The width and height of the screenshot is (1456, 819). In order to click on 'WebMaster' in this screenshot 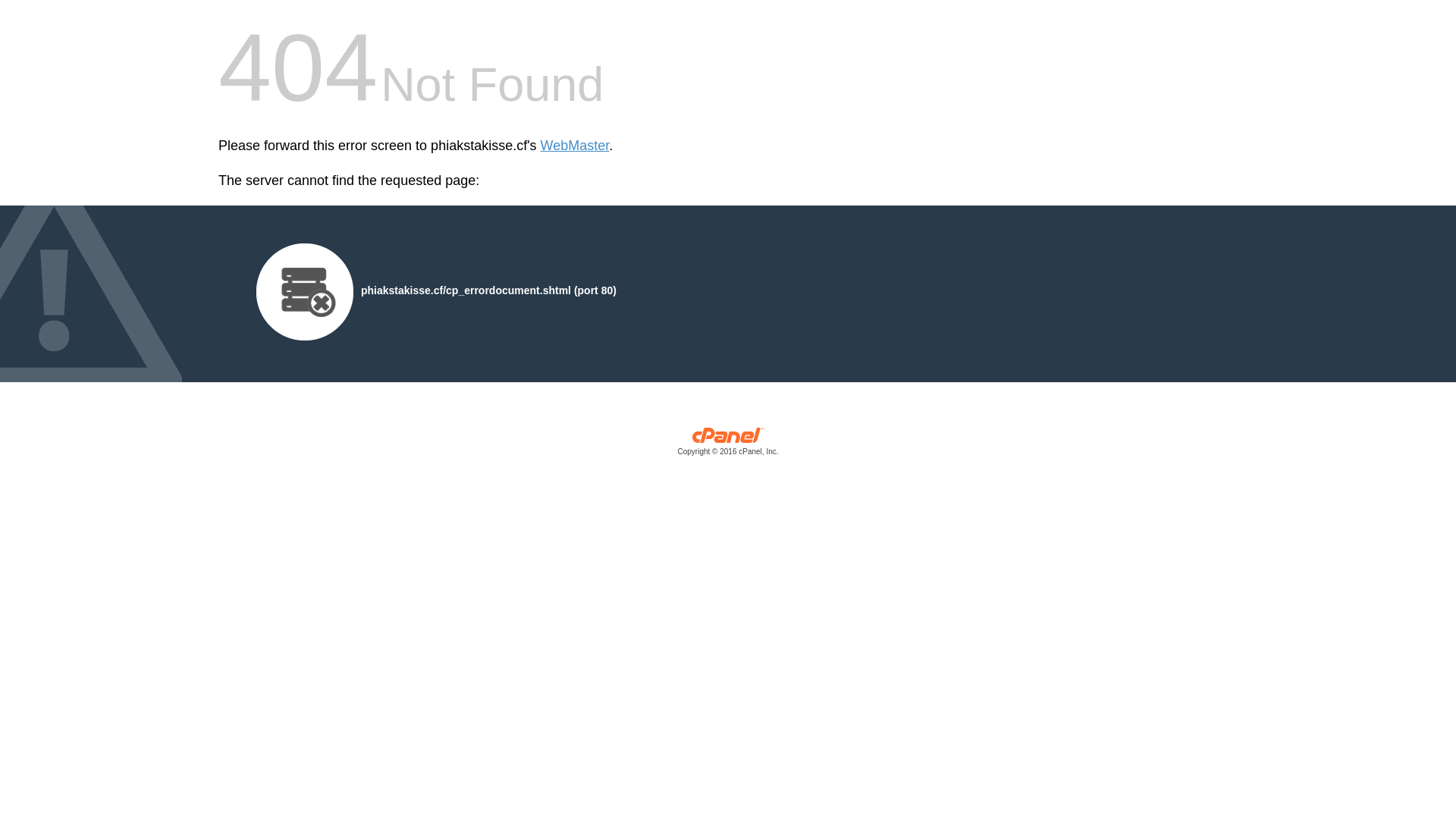, I will do `click(541, 146)`.